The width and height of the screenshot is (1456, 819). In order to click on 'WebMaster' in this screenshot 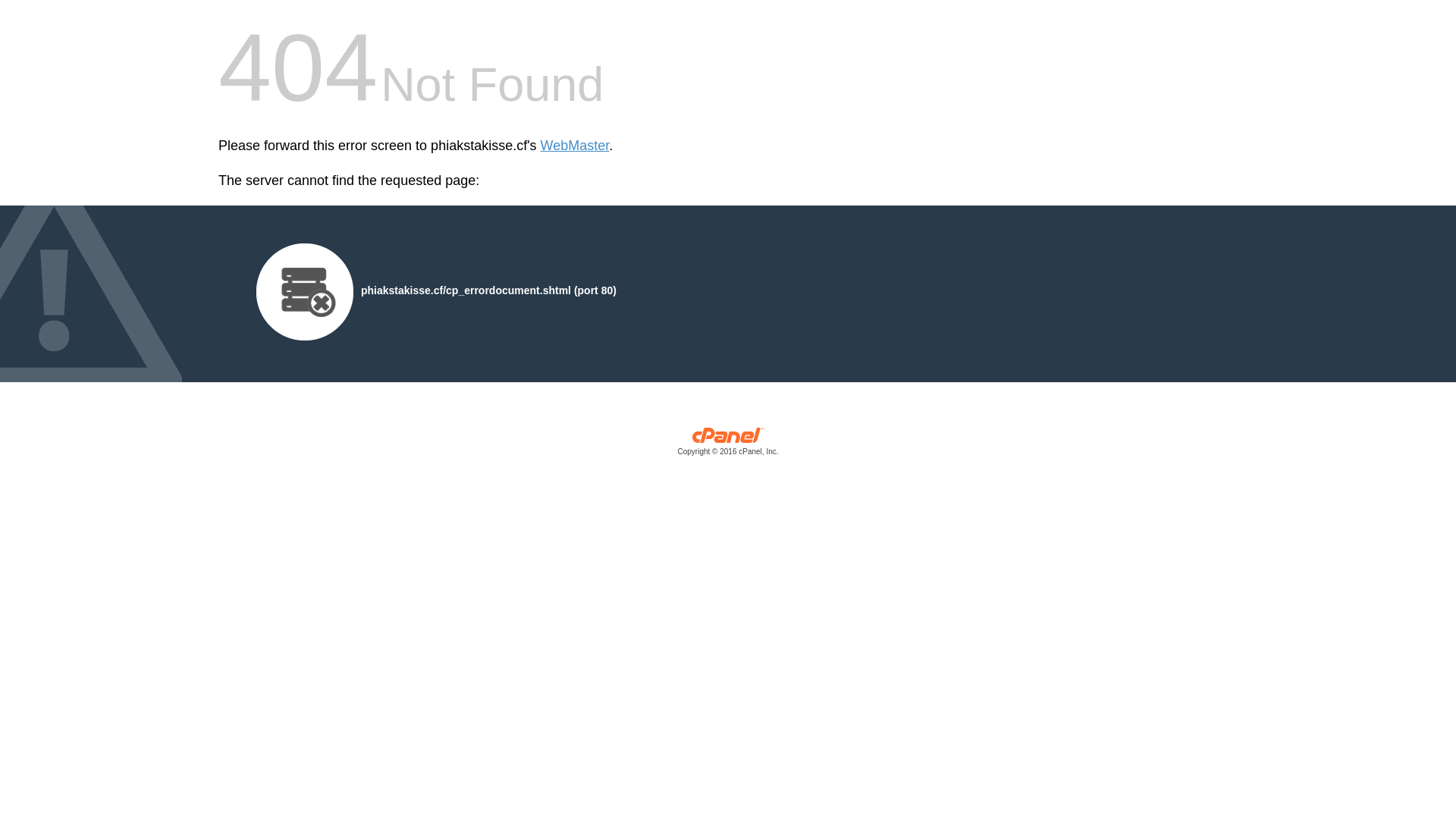, I will do `click(541, 146)`.